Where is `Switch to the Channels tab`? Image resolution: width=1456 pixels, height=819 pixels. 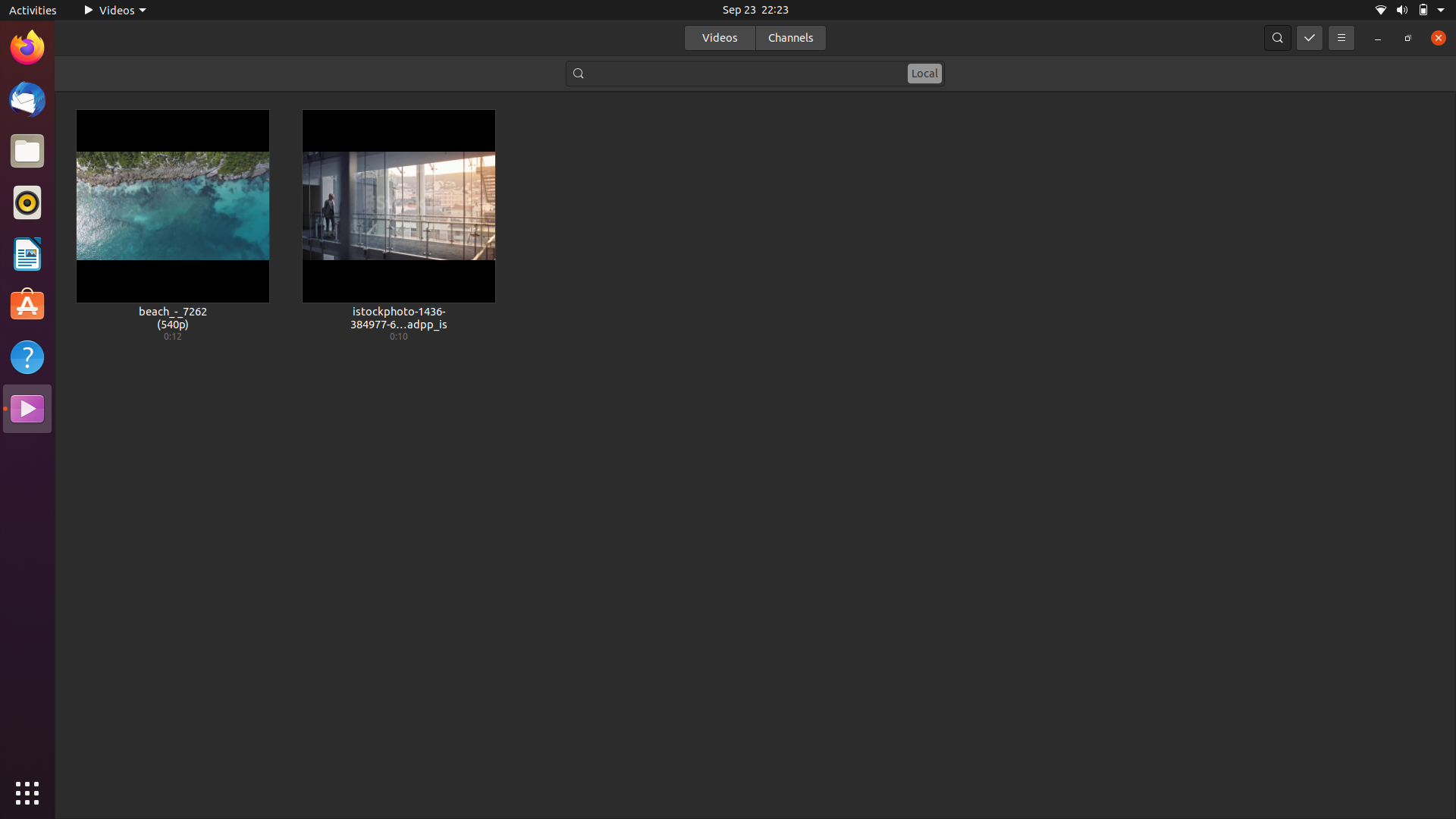
Switch to the Channels tab is located at coordinates (789, 36).